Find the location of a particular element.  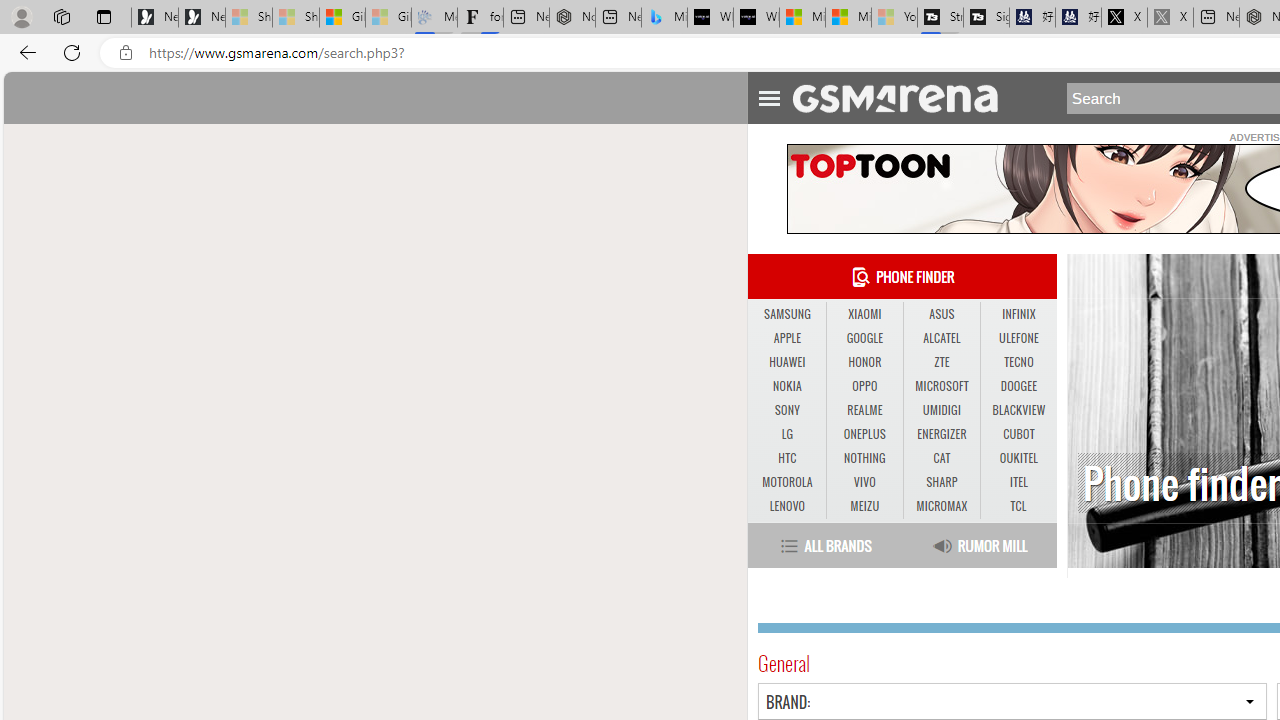

'GOOGLE' is located at coordinates (864, 337).